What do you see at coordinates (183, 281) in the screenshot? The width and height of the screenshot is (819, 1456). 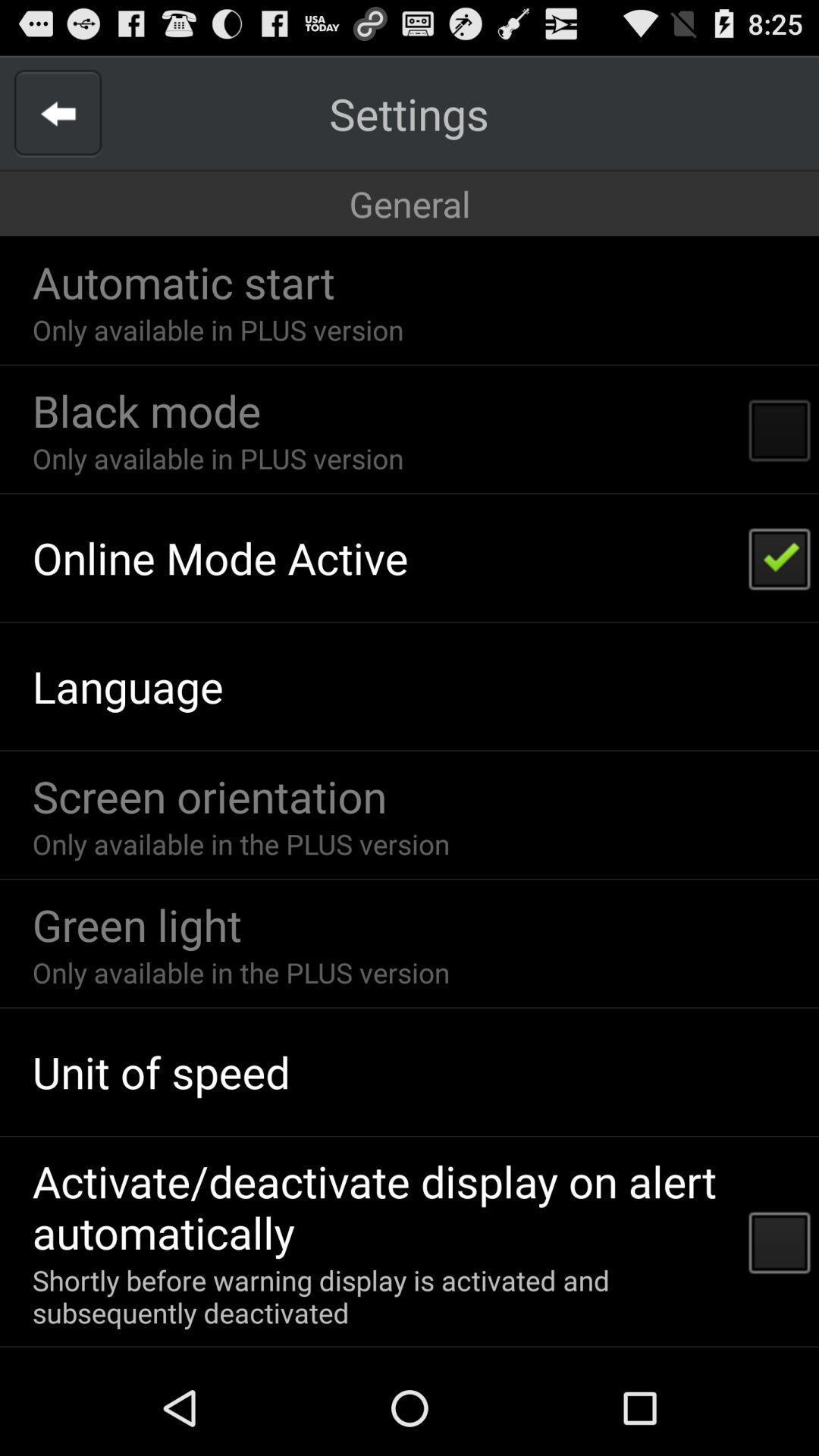 I see `the automatic start` at bounding box center [183, 281].